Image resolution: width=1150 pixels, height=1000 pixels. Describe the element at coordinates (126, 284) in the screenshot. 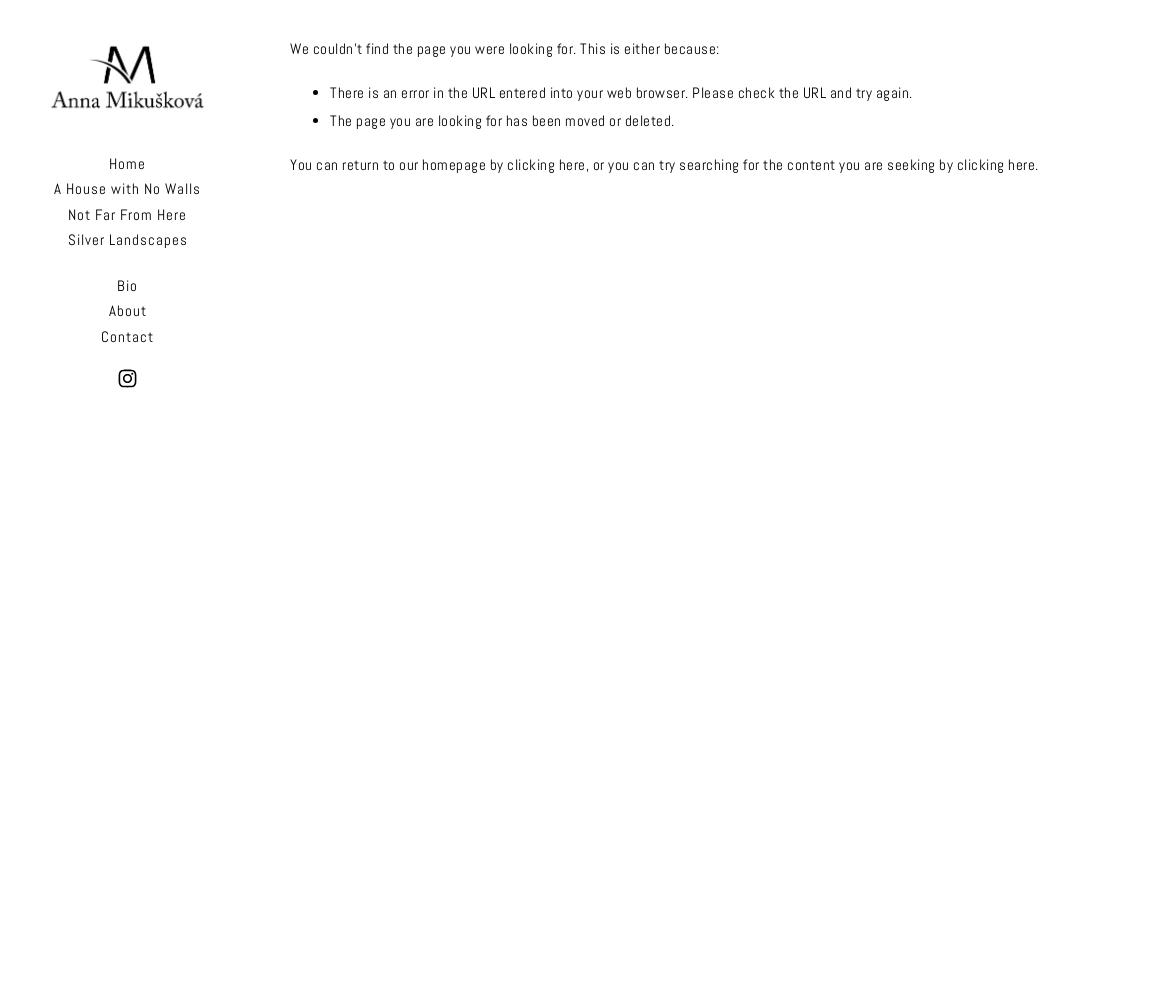

I see `'Bio'` at that location.